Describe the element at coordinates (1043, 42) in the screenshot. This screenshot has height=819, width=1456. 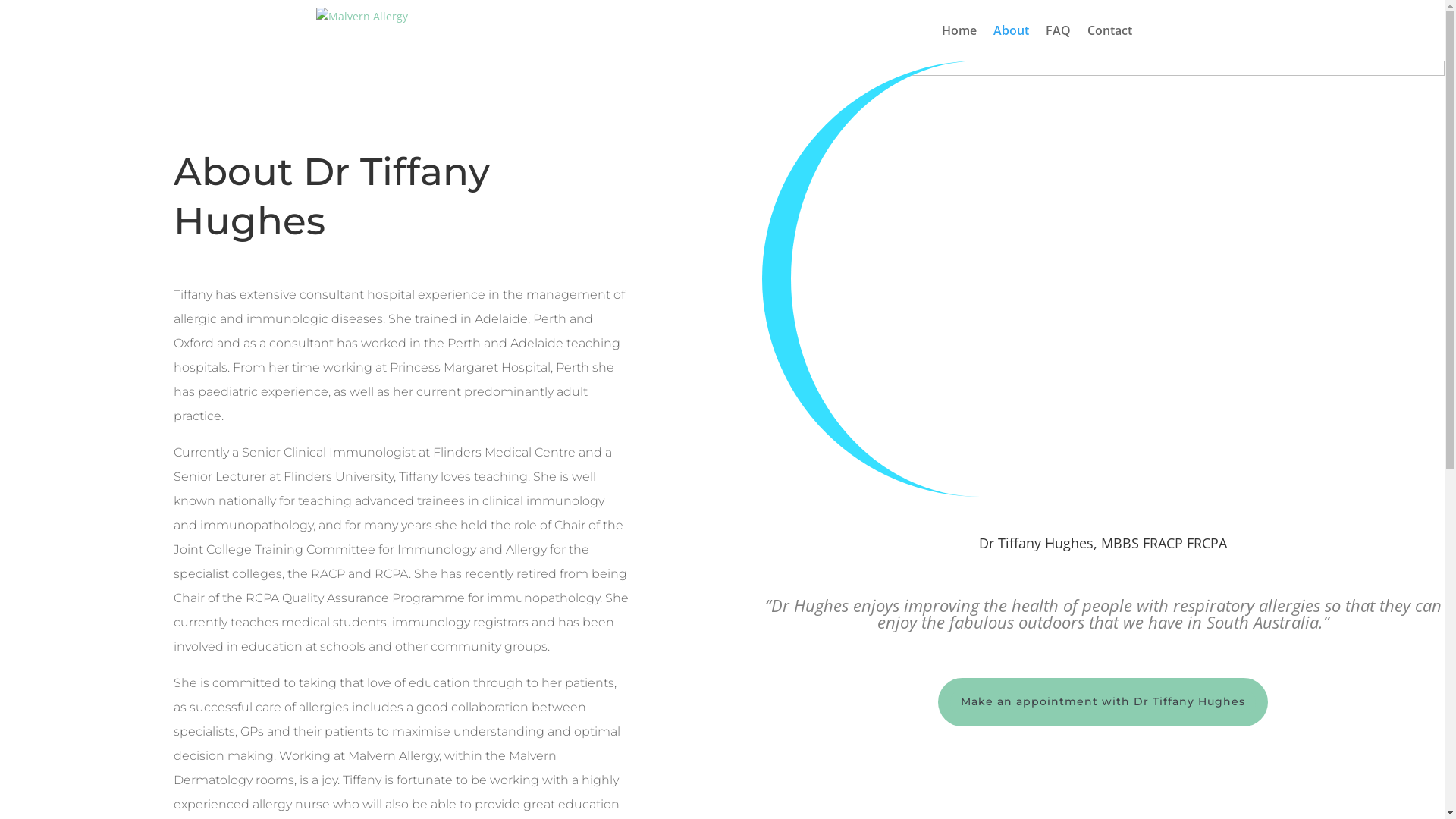
I see `'FAQ'` at that location.